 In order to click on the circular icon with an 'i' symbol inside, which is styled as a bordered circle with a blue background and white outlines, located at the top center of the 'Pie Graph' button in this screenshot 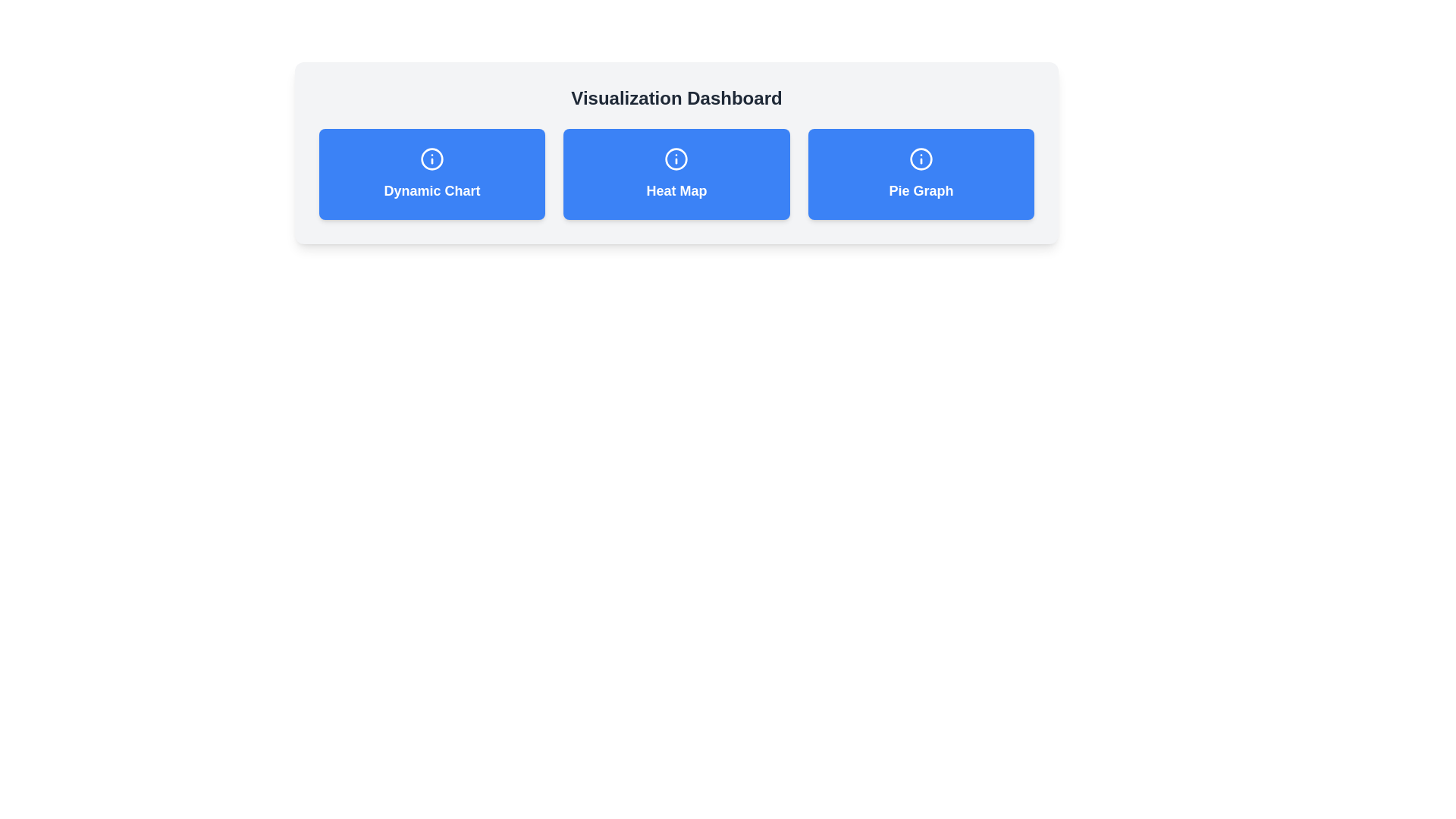, I will do `click(920, 158)`.